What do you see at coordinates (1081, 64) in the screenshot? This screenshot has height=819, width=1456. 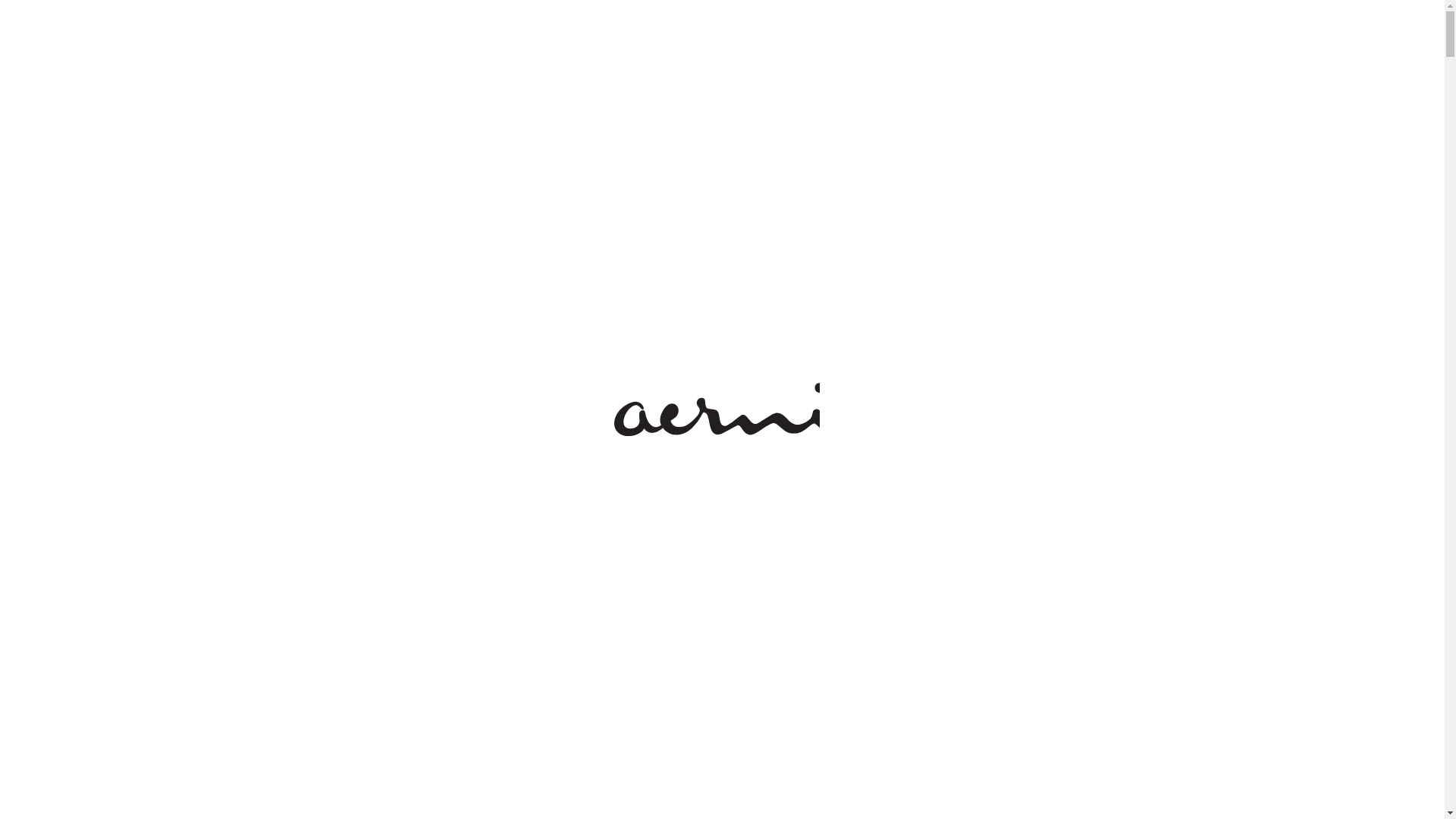 I see `'KLEID'` at bounding box center [1081, 64].